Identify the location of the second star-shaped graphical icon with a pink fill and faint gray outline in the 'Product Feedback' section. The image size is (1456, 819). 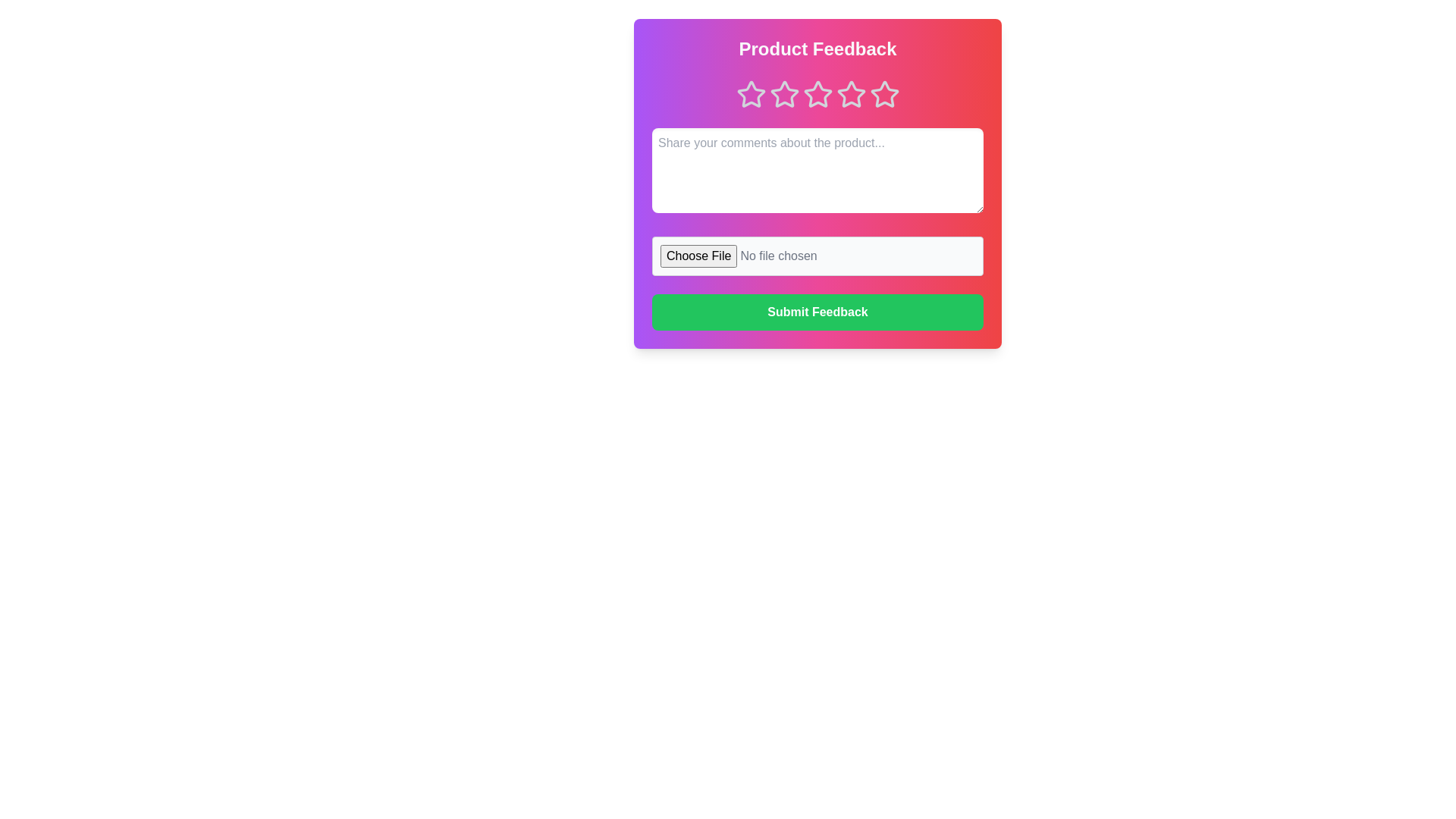
(817, 94).